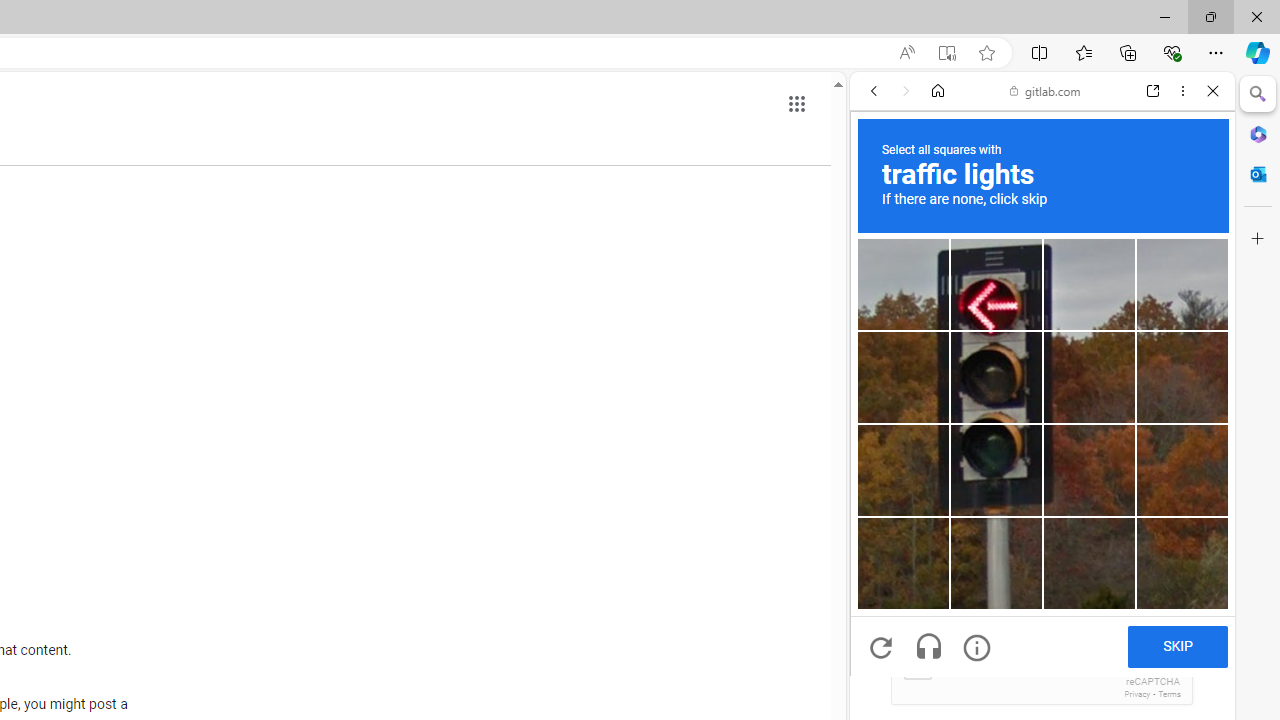 The width and height of the screenshot is (1280, 720). What do you see at coordinates (1257, 94) in the screenshot?
I see `'Close Search pane'` at bounding box center [1257, 94].